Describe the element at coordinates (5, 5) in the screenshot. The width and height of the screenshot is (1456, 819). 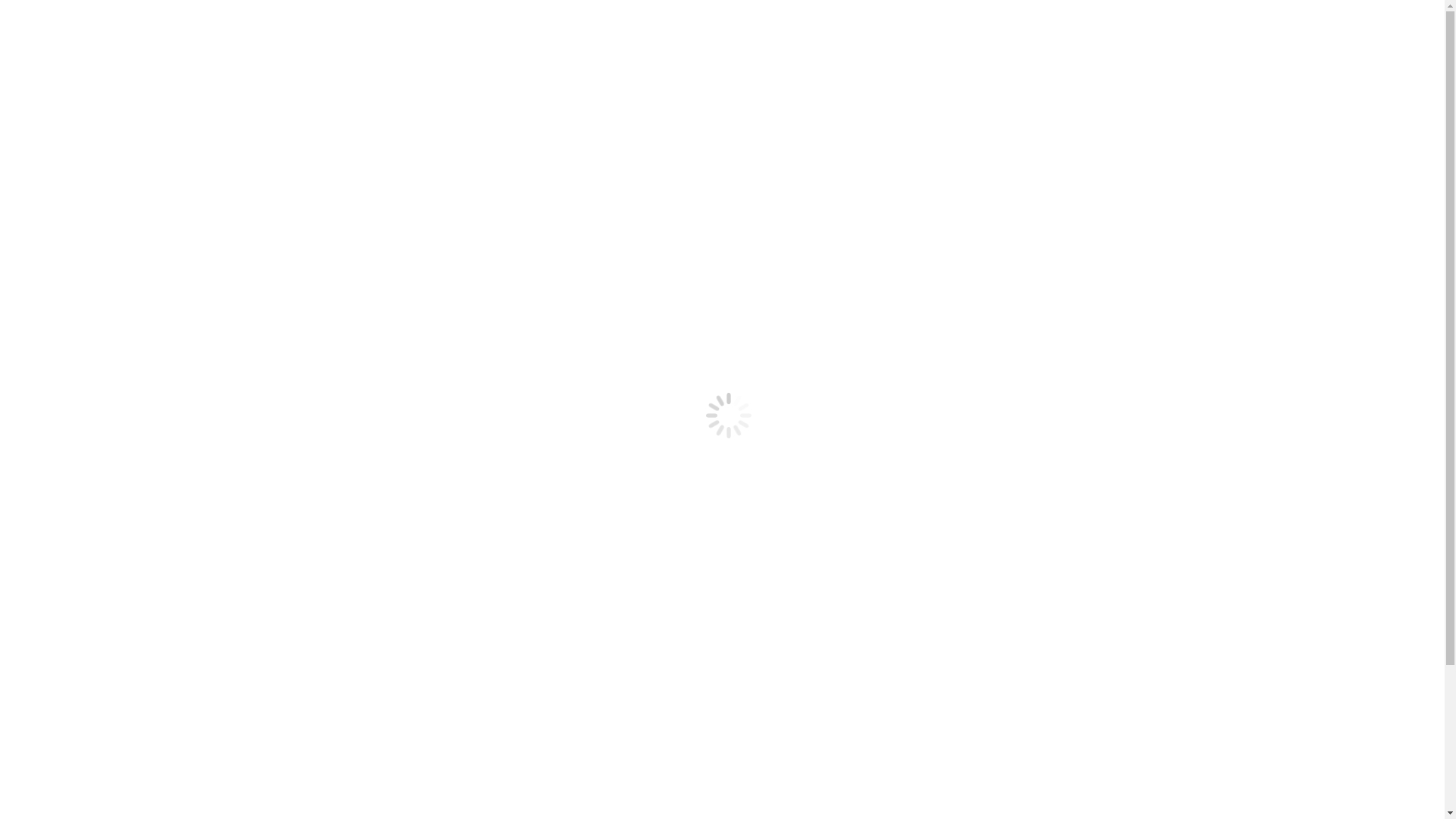
I see `'Spring naar content'` at that location.